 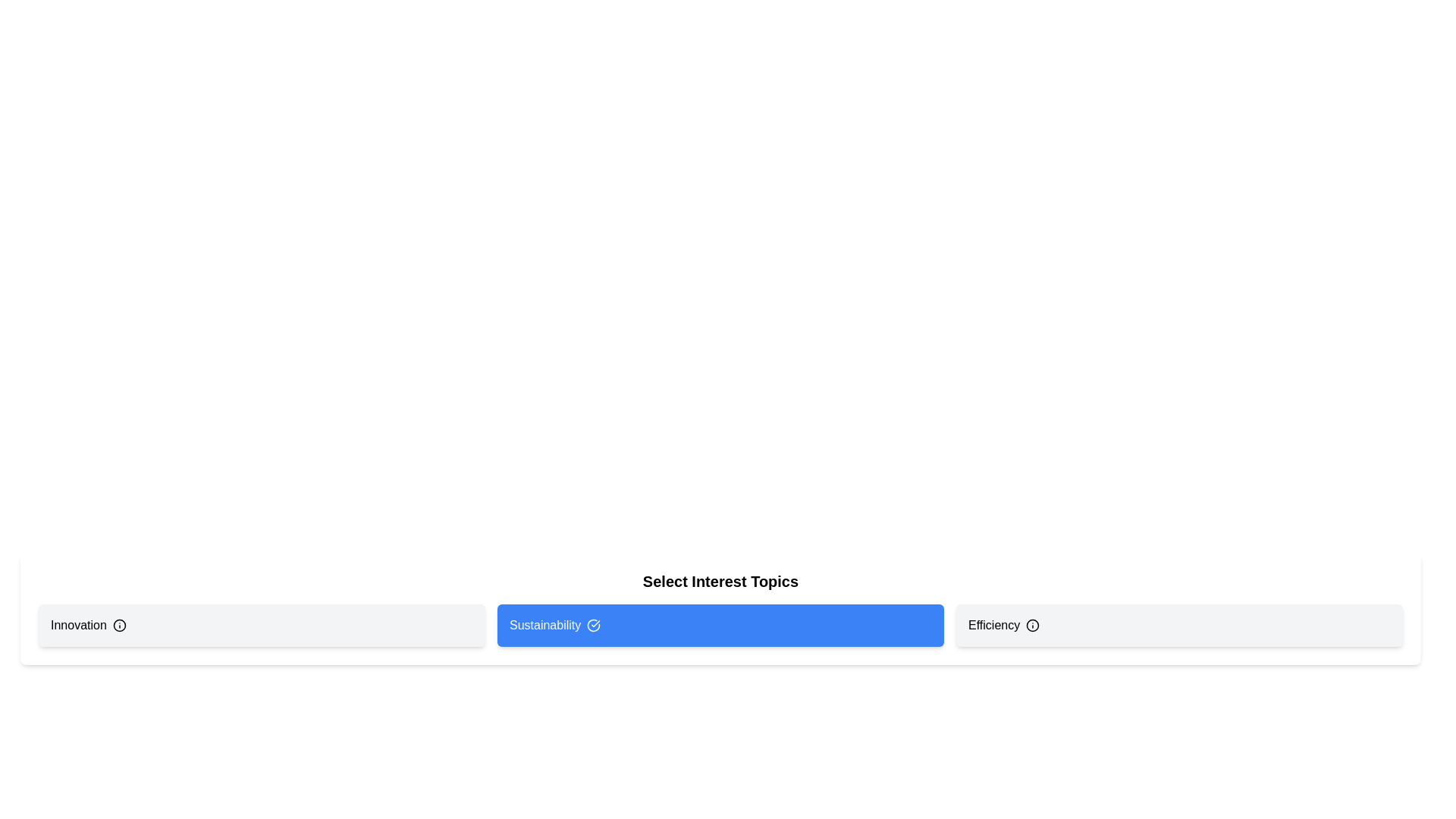 What do you see at coordinates (262, 626) in the screenshot?
I see `the tag Innovation to observe its hover state or tooltip` at bounding box center [262, 626].